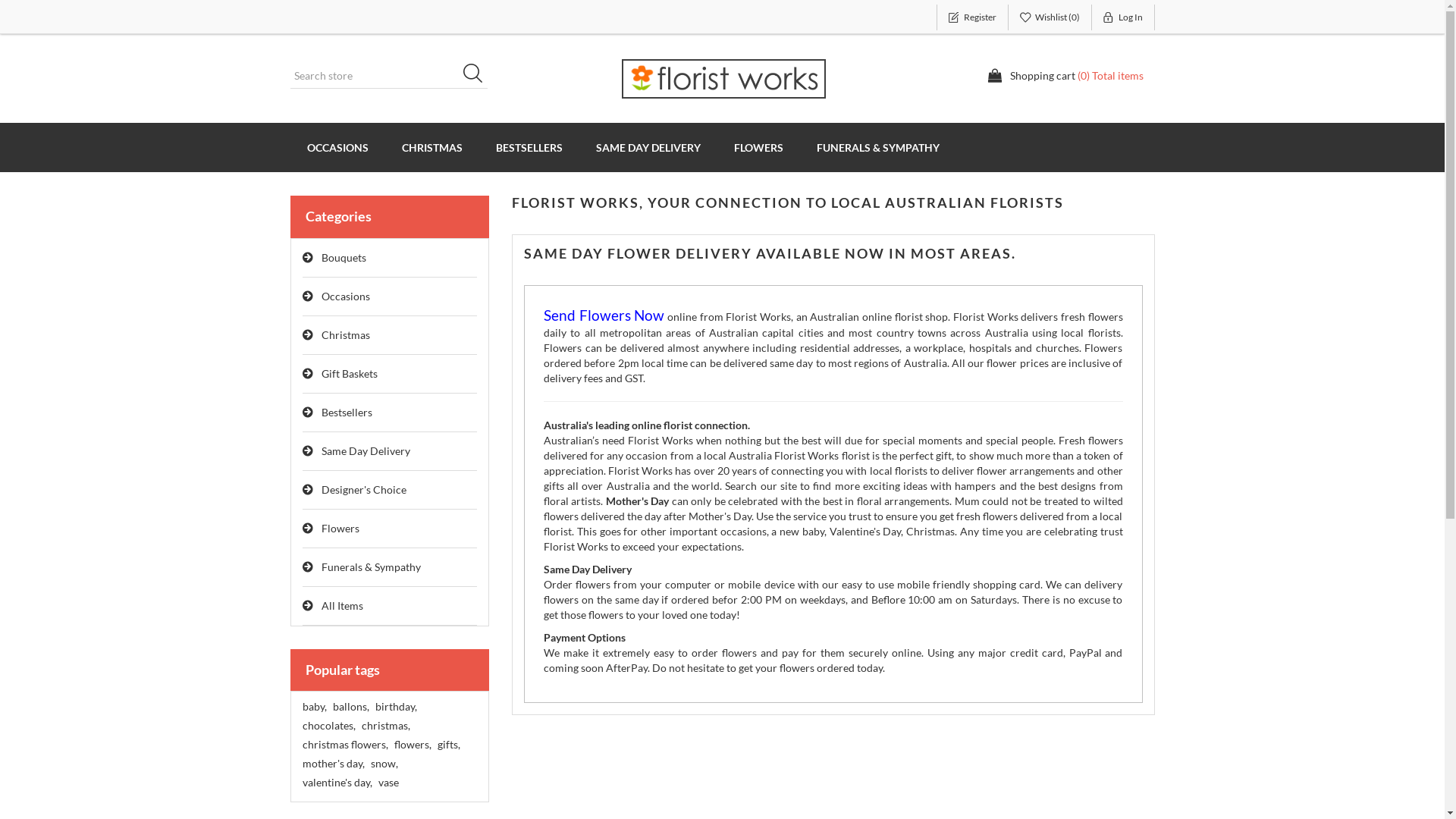 The image size is (1456, 819). What do you see at coordinates (389, 490) in the screenshot?
I see `'Designer's Choice'` at bounding box center [389, 490].